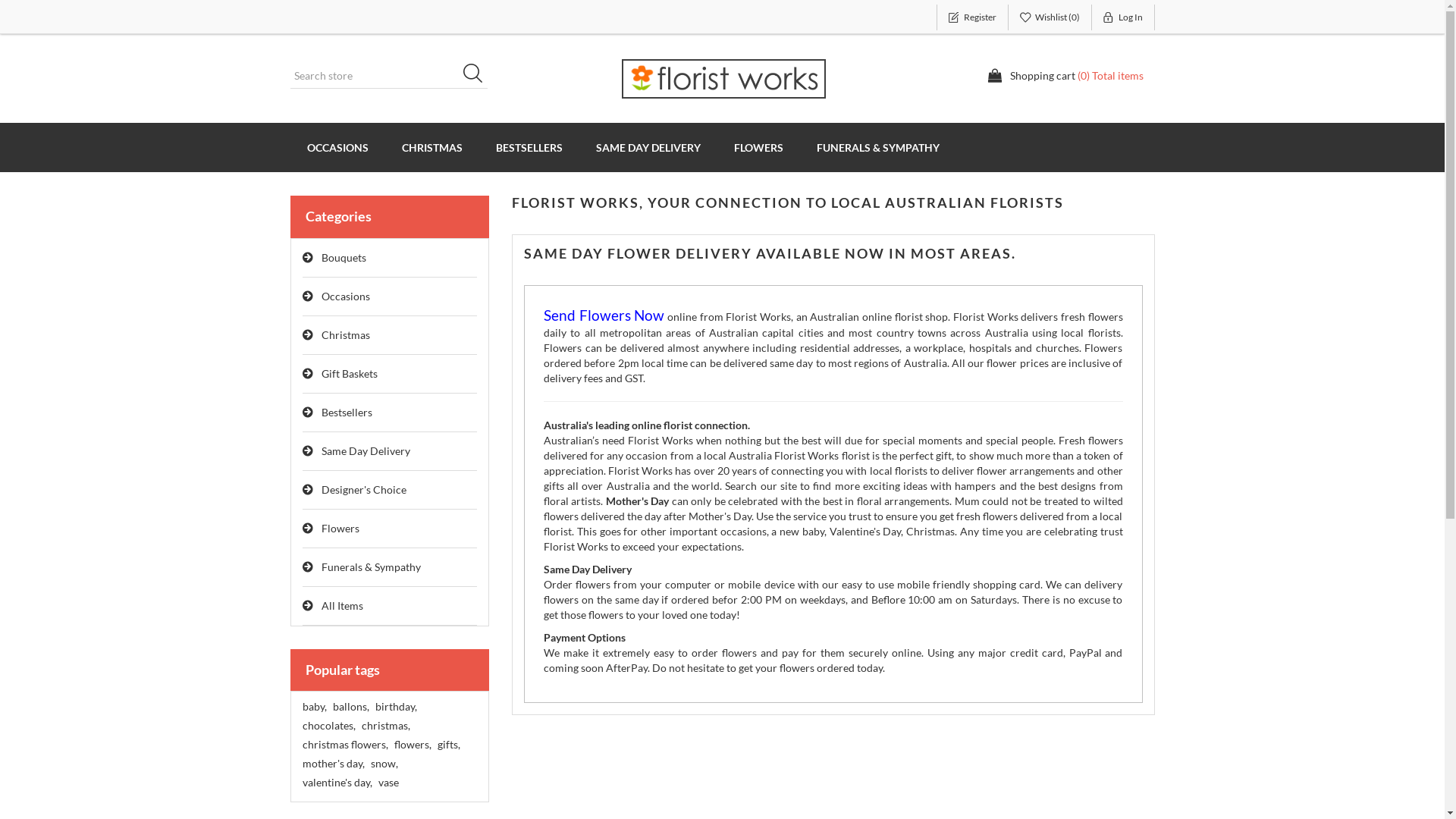 The image size is (1456, 819). What do you see at coordinates (389, 490) in the screenshot?
I see `'Designer's Choice'` at bounding box center [389, 490].